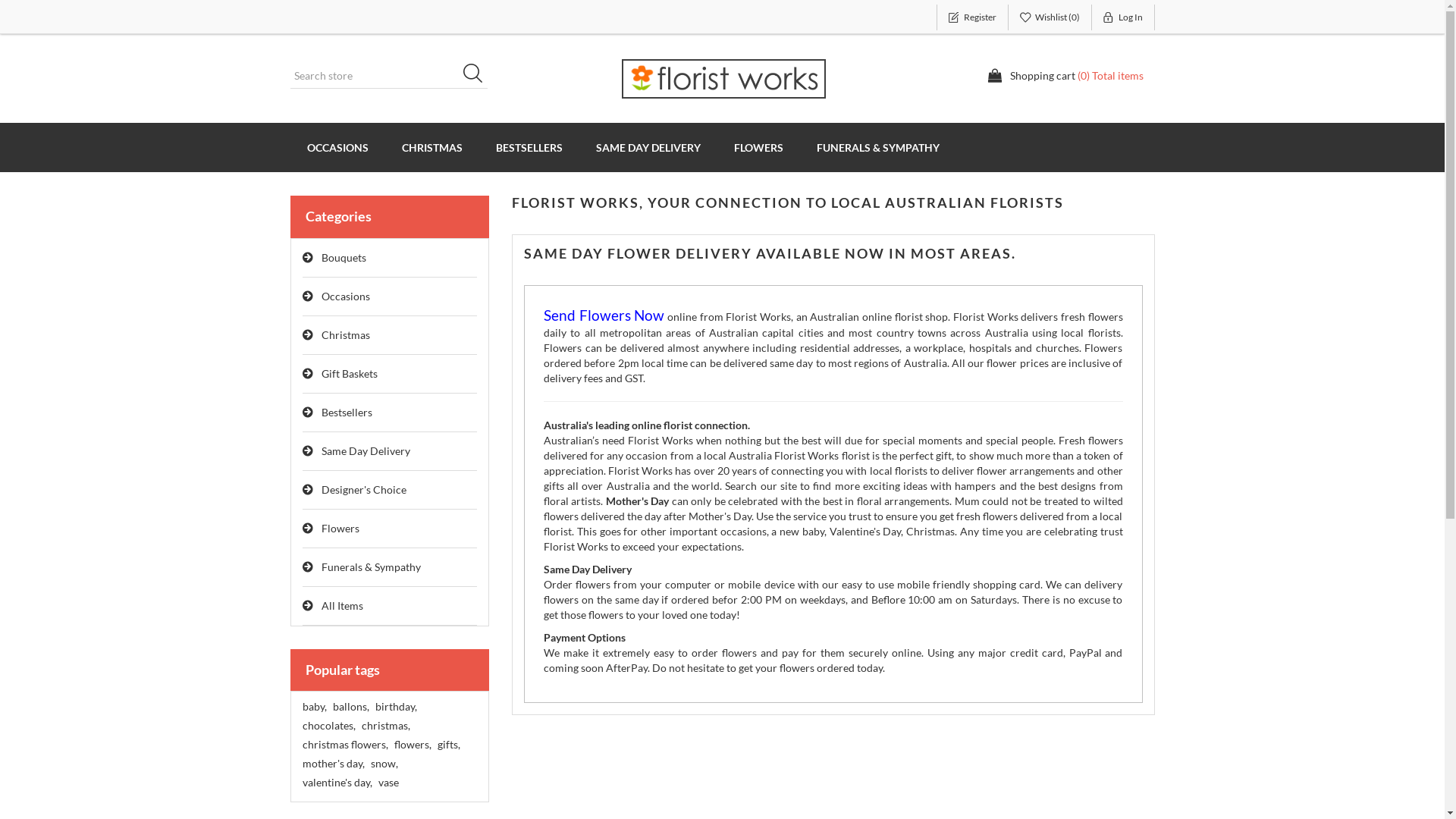 The image size is (1456, 819). What do you see at coordinates (389, 490) in the screenshot?
I see `'Designer's Choice'` at bounding box center [389, 490].